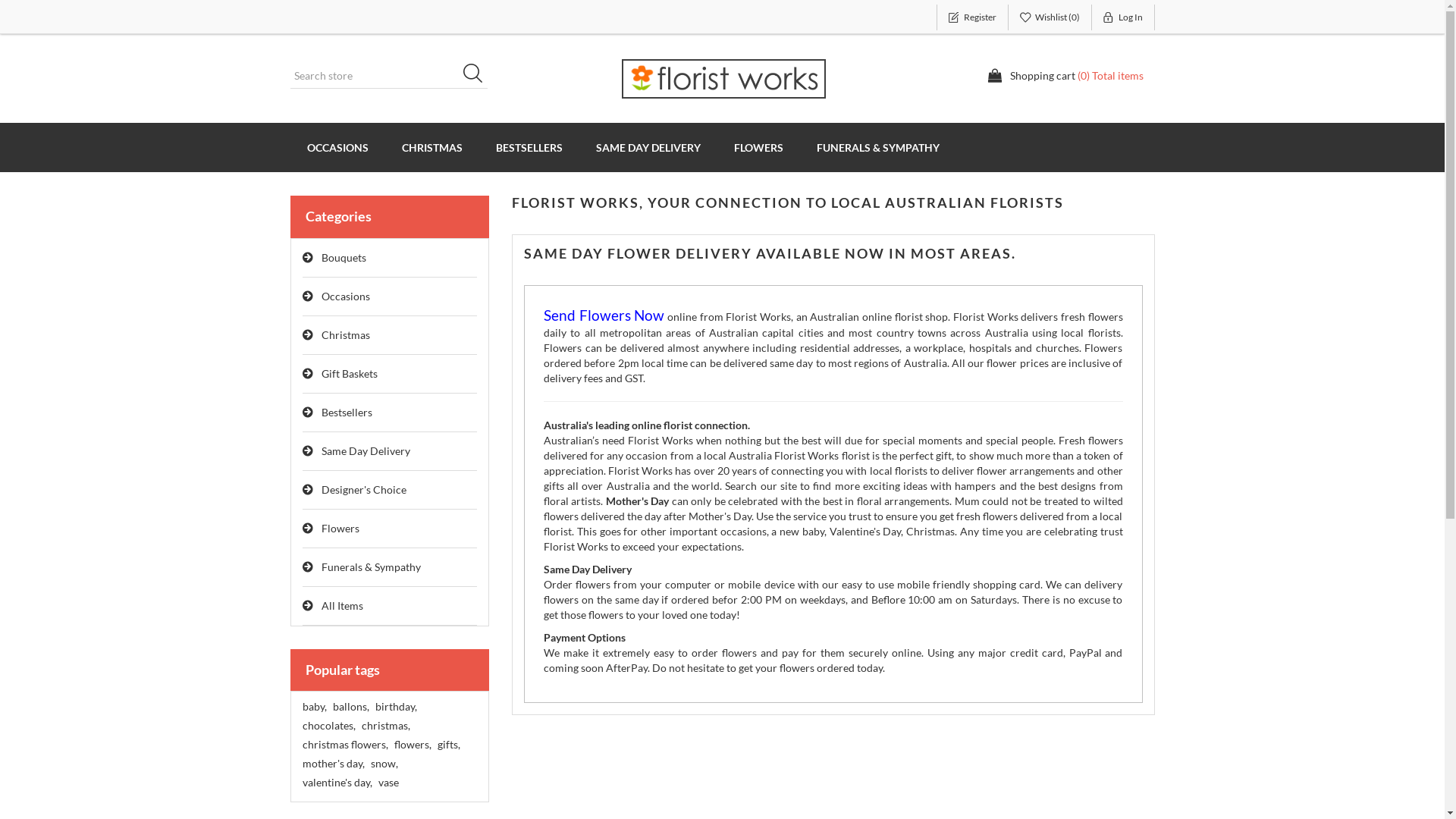 The image size is (1456, 819). What do you see at coordinates (389, 490) in the screenshot?
I see `'Designer's Choice'` at bounding box center [389, 490].